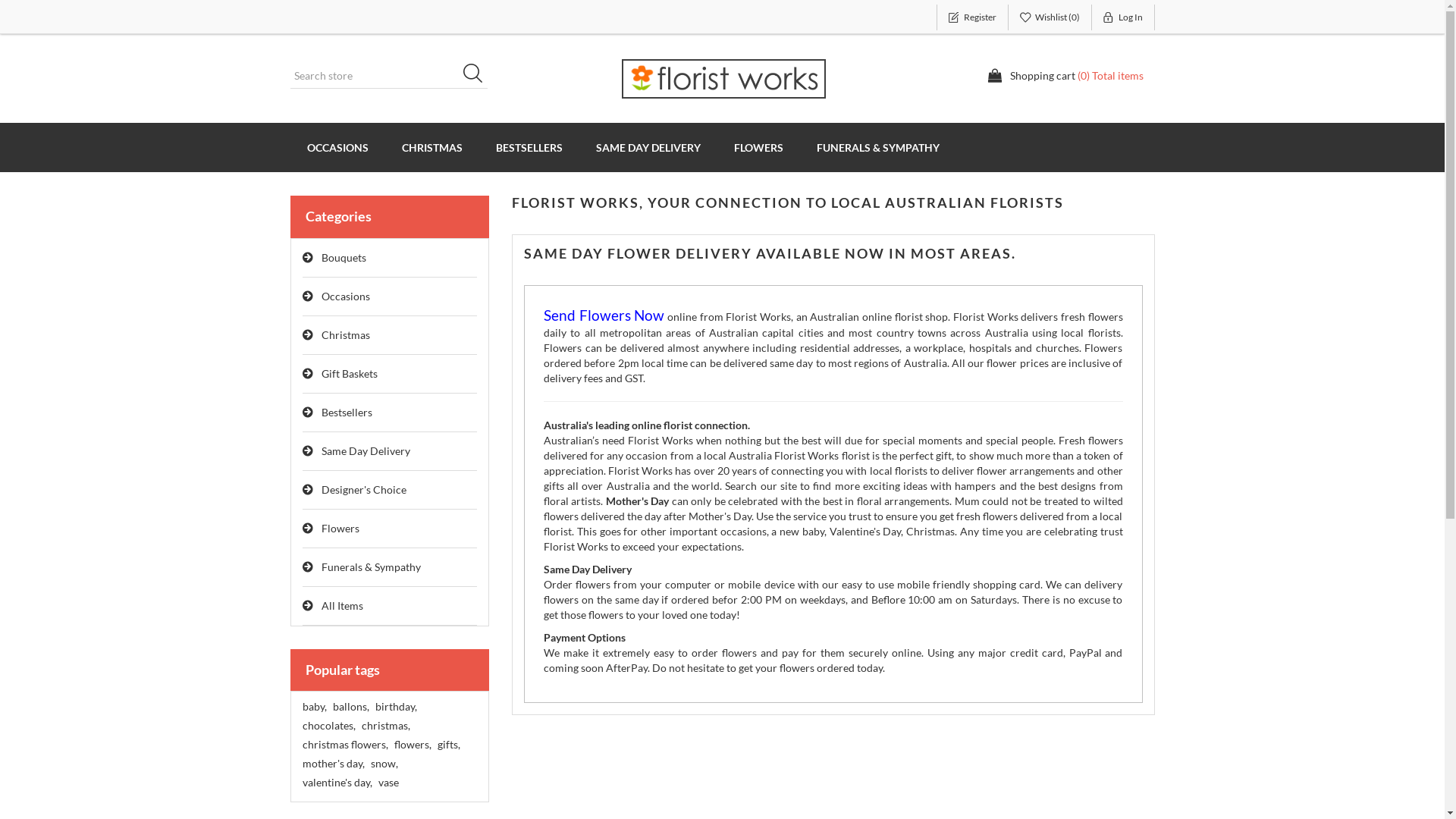 The image size is (1456, 819). What do you see at coordinates (389, 490) in the screenshot?
I see `'Designer's Choice'` at bounding box center [389, 490].